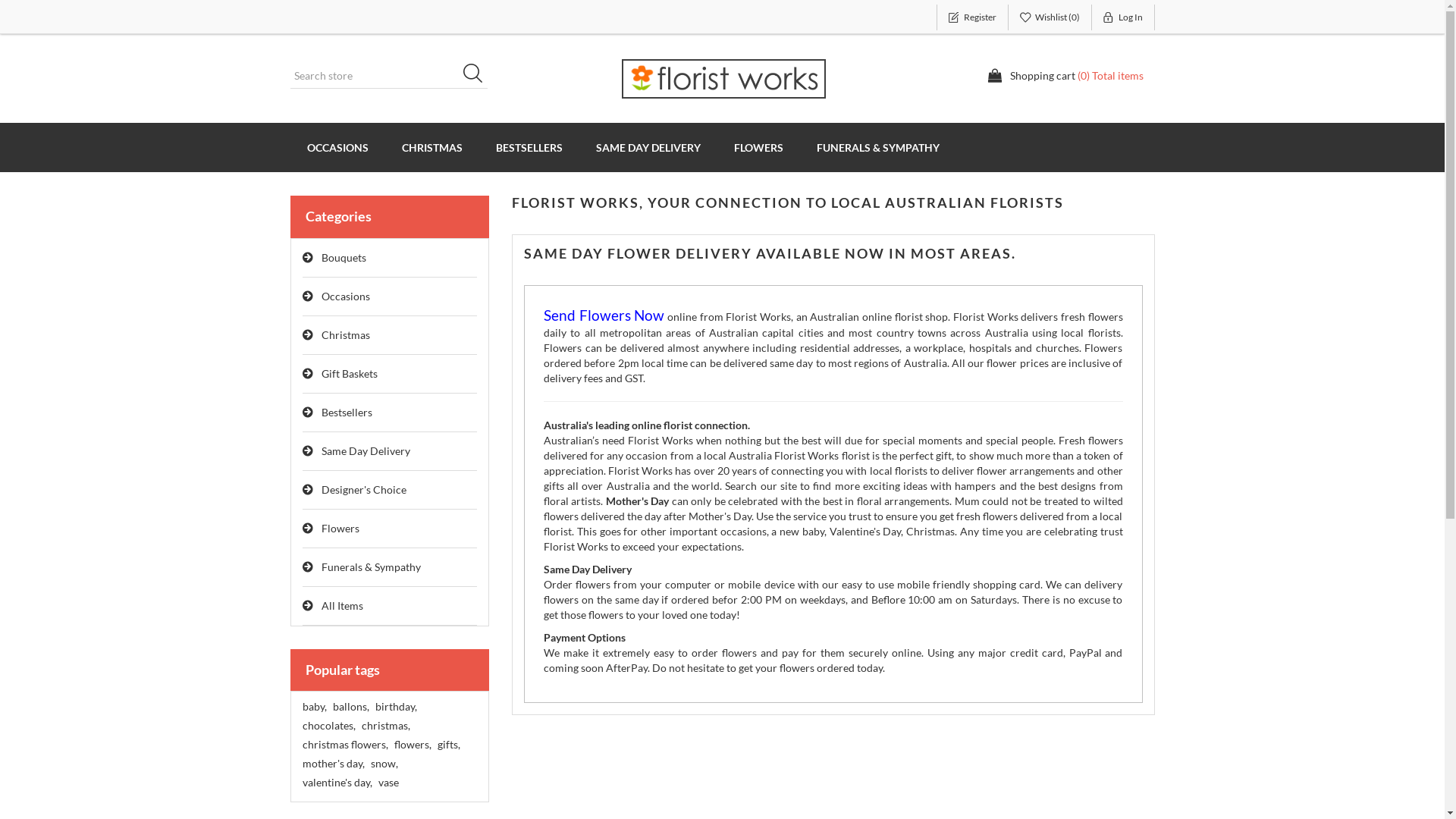 The image size is (1456, 819). What do you see at coordinates (389, 490) in the screenshot?
I see `'Designer's Choice'` at bounding box center [389, 490].